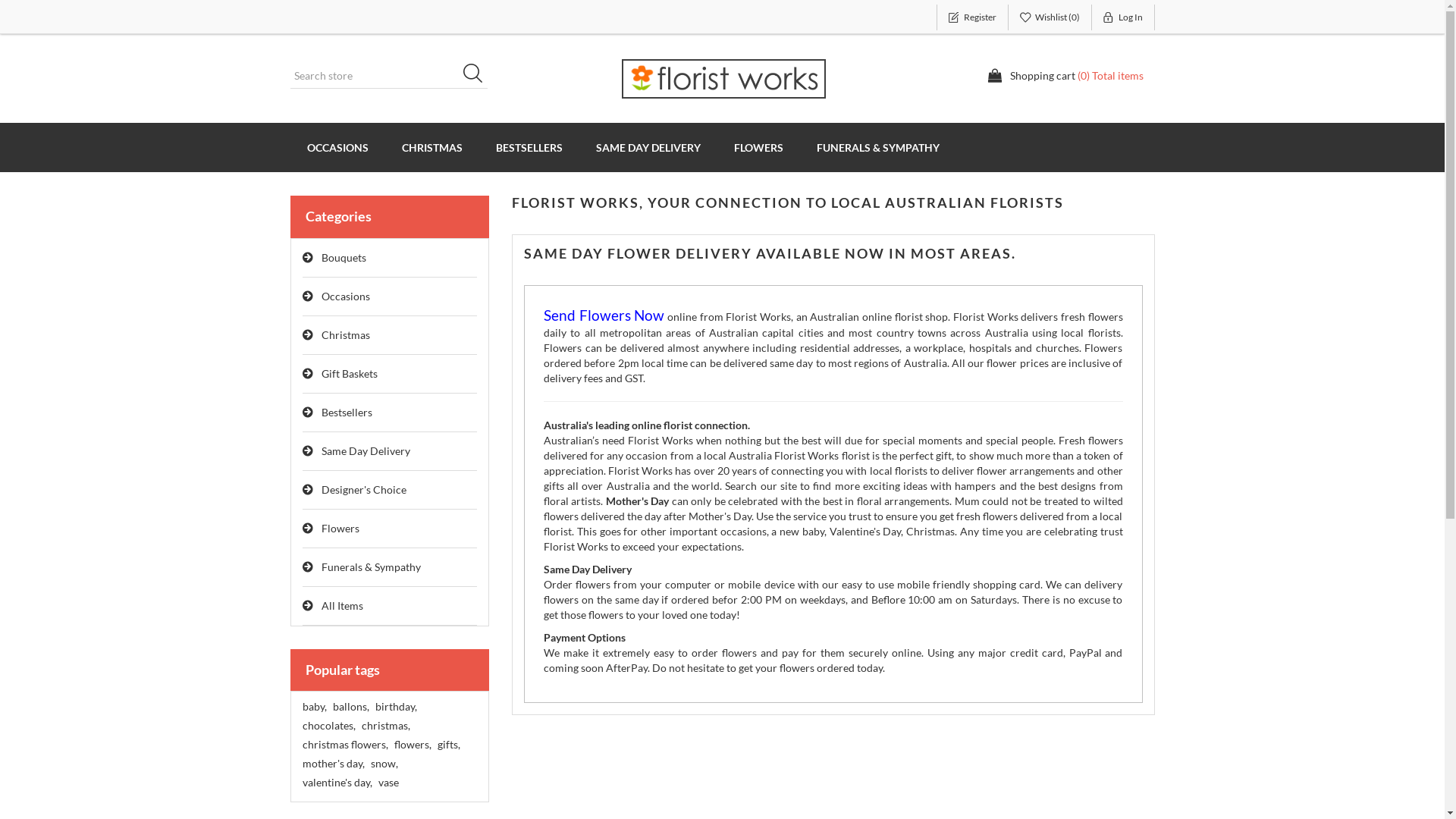 The image size is (1456, 819). What do you see at coordinates (389, 490) in the screenshot?
I see `'Designer's Choice'` at bounding box center [389, 490].